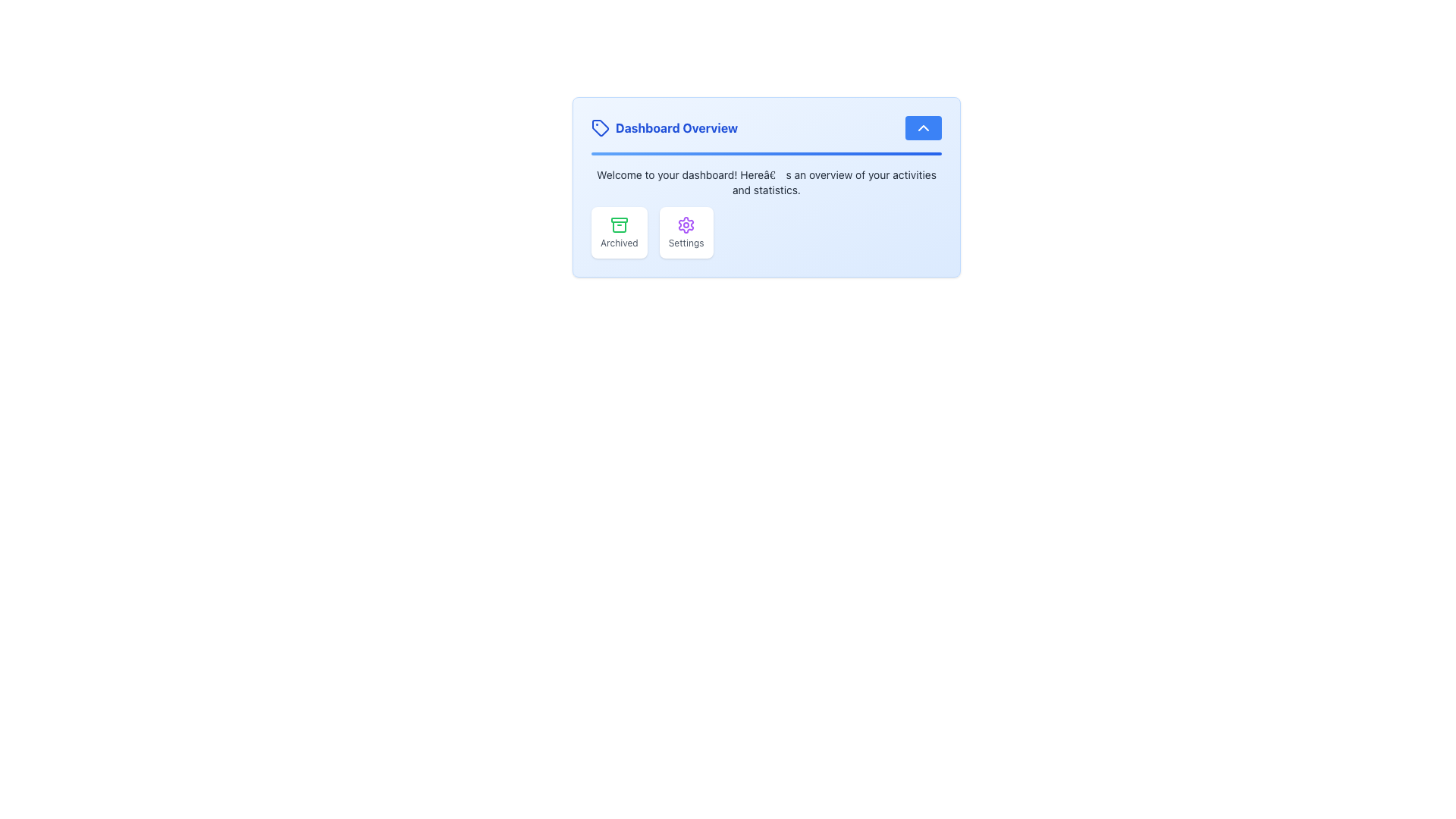  Describe the element at coordinates (619, 227) in the screenshot. I see `the 'Archived' icon, which is the leftmost button in the row below the 'Dashboard Overview' heading` at that location.